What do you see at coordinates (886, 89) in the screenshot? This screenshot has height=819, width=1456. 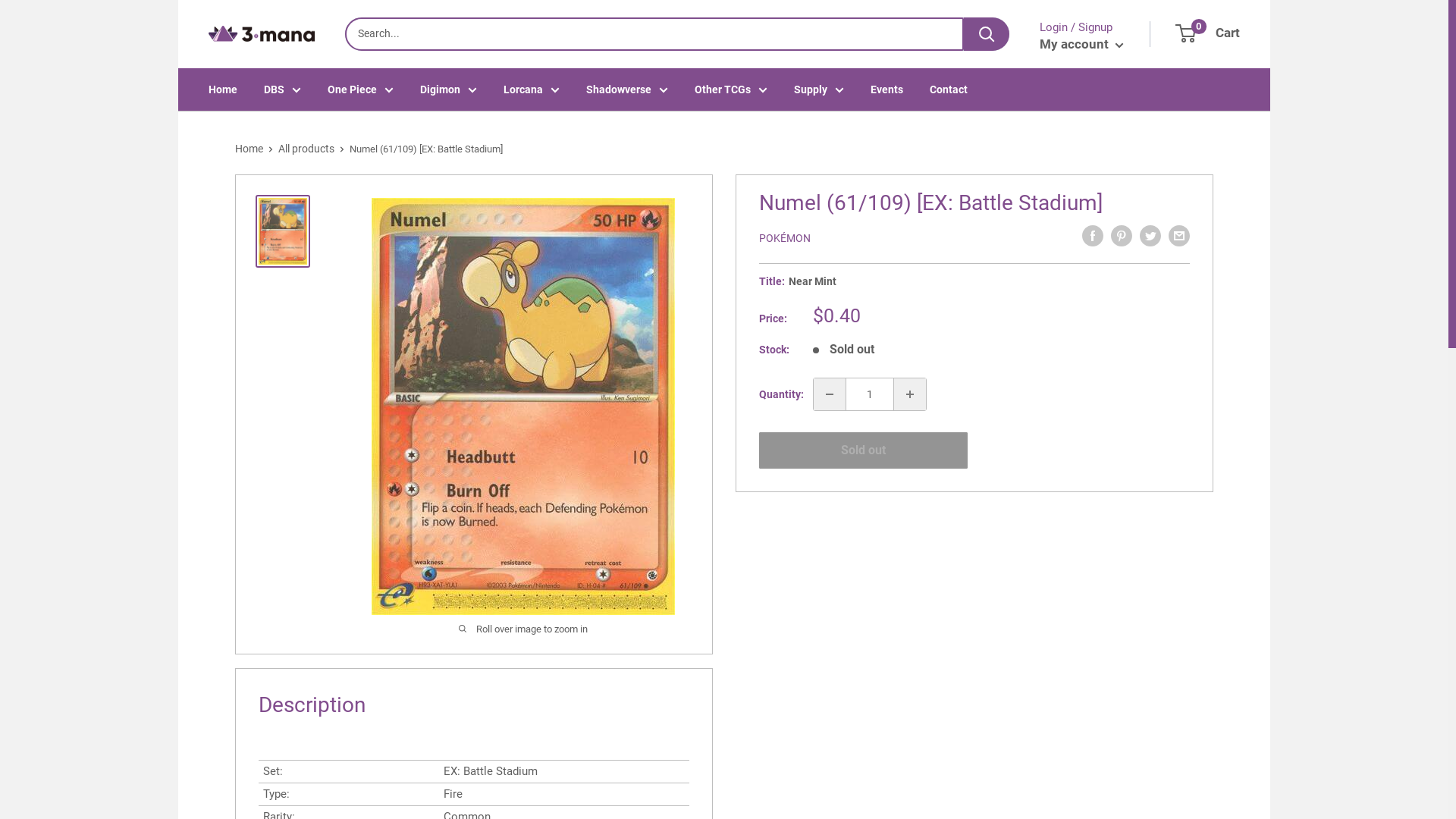 I see `'Events'` at bounding box center [886, 89].